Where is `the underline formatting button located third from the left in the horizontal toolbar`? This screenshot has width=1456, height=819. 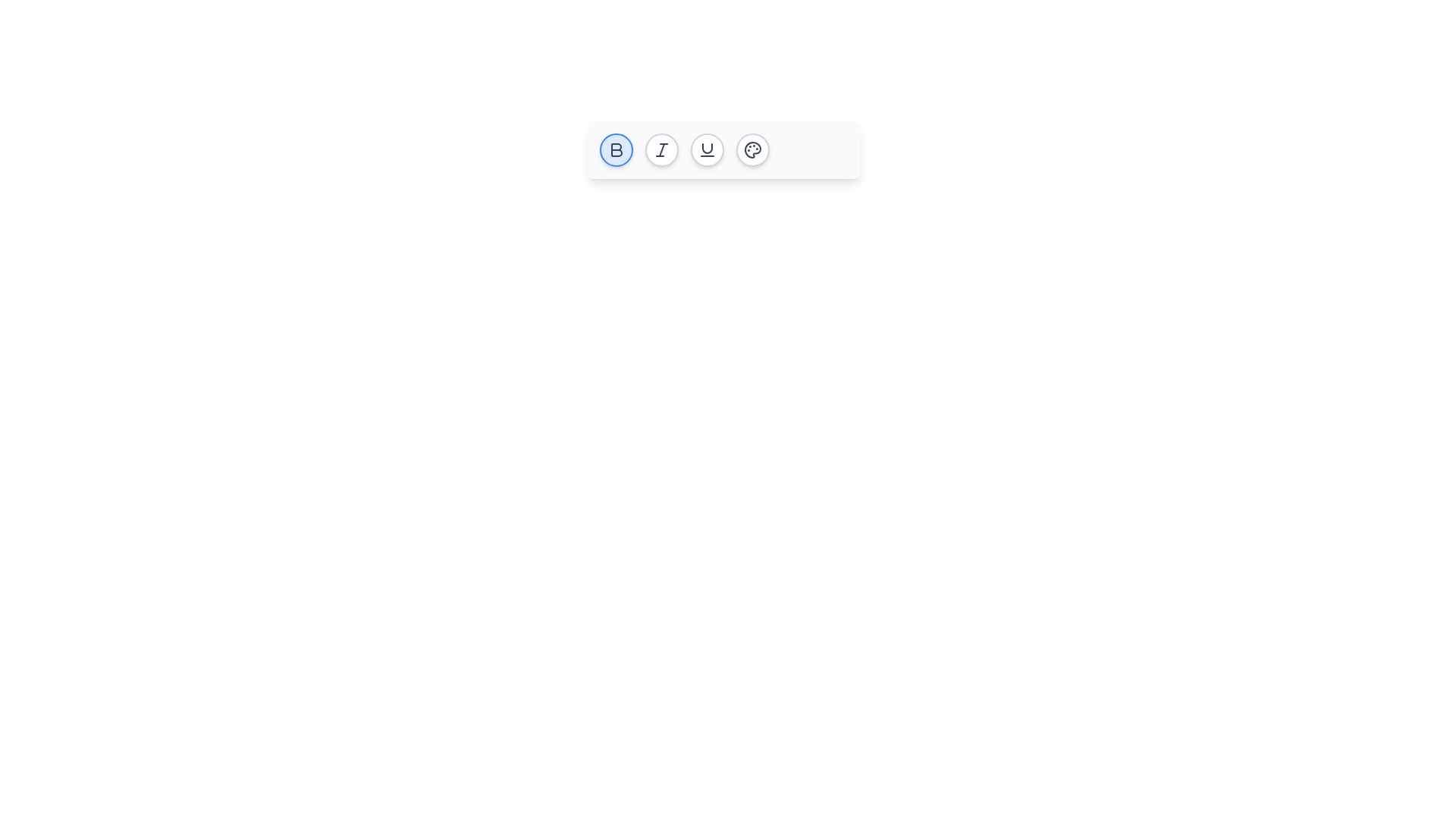
the underline formatting button located third from the left in the horizontal toolbar is located at coordinates (706, 149).